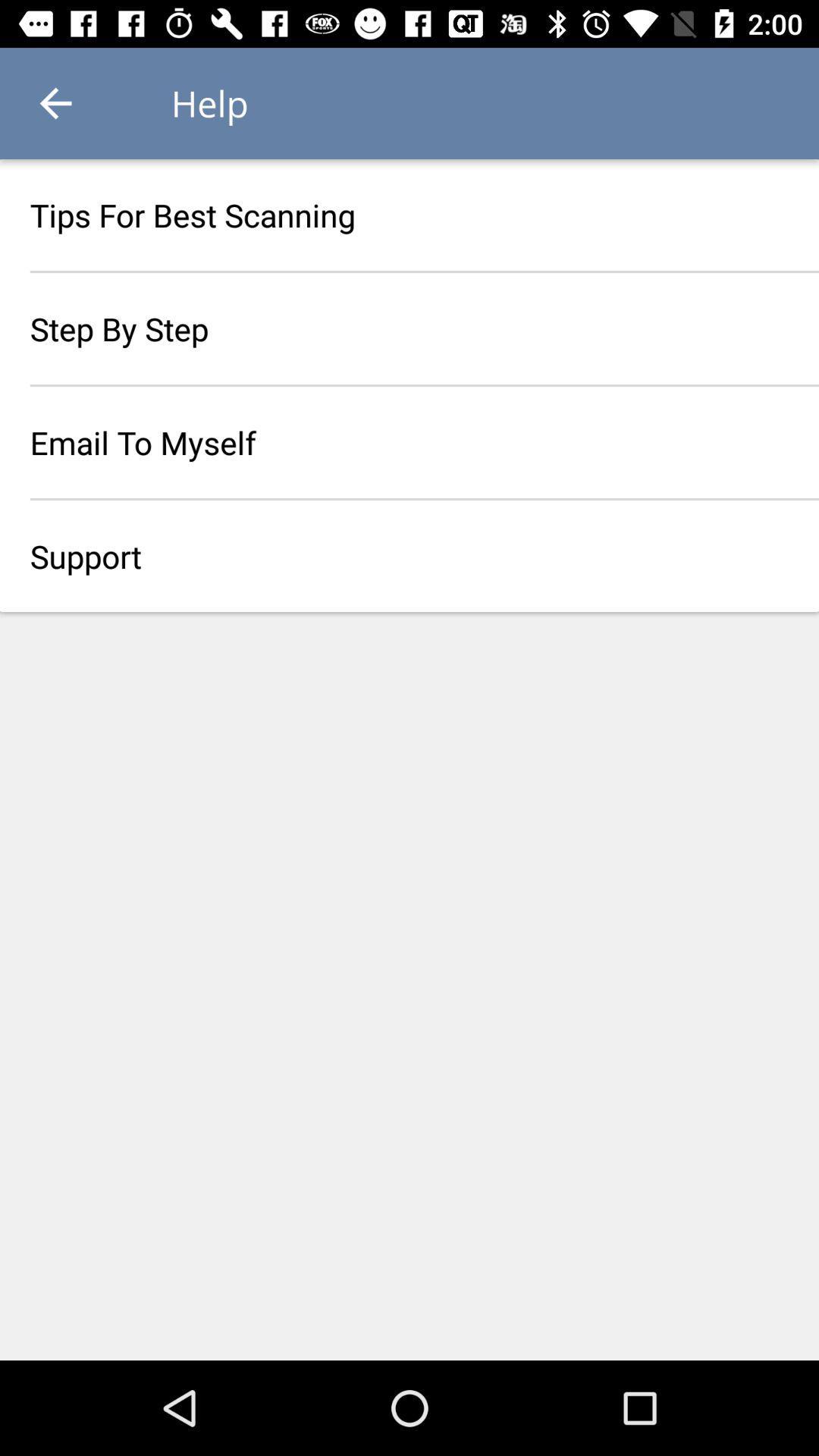 The width and height of the screenshot is (819, 1456). Describe the element at coordinates (409, 441) in the screenshot. I see `item above the support icon` at that location.